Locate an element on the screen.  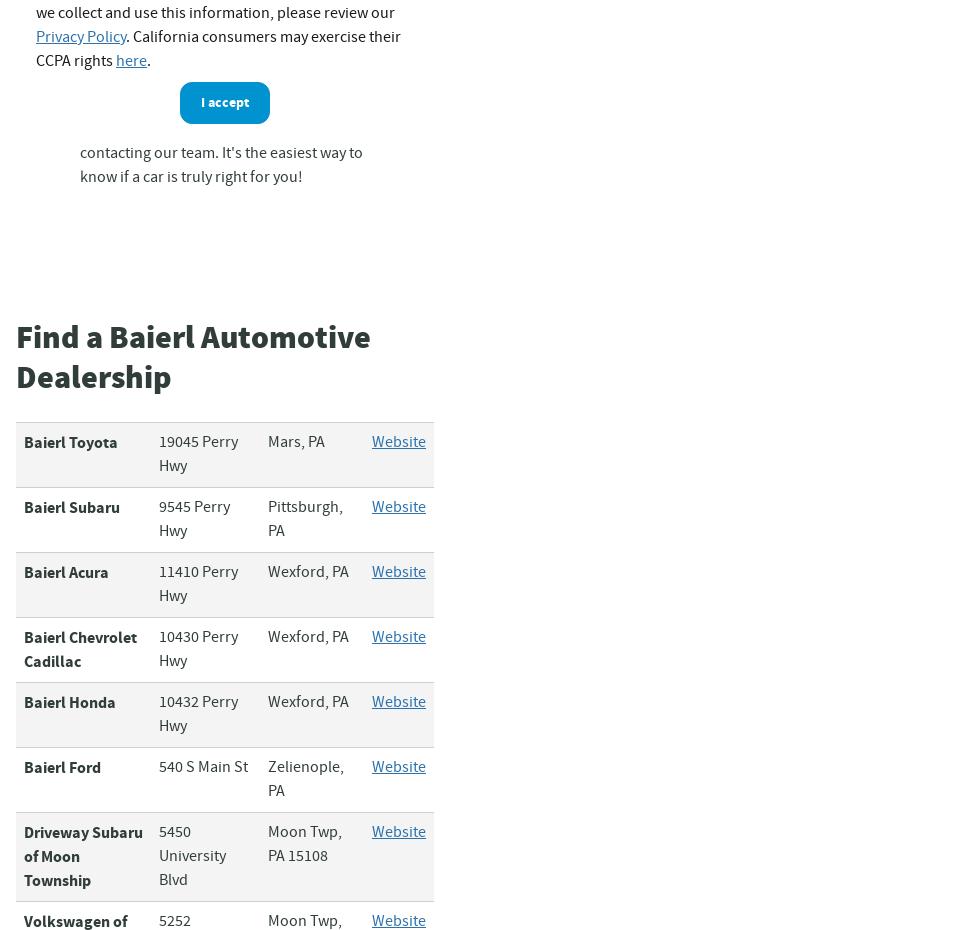
'Moon Twp, PA 15108' is located at coordinates (304, 843).